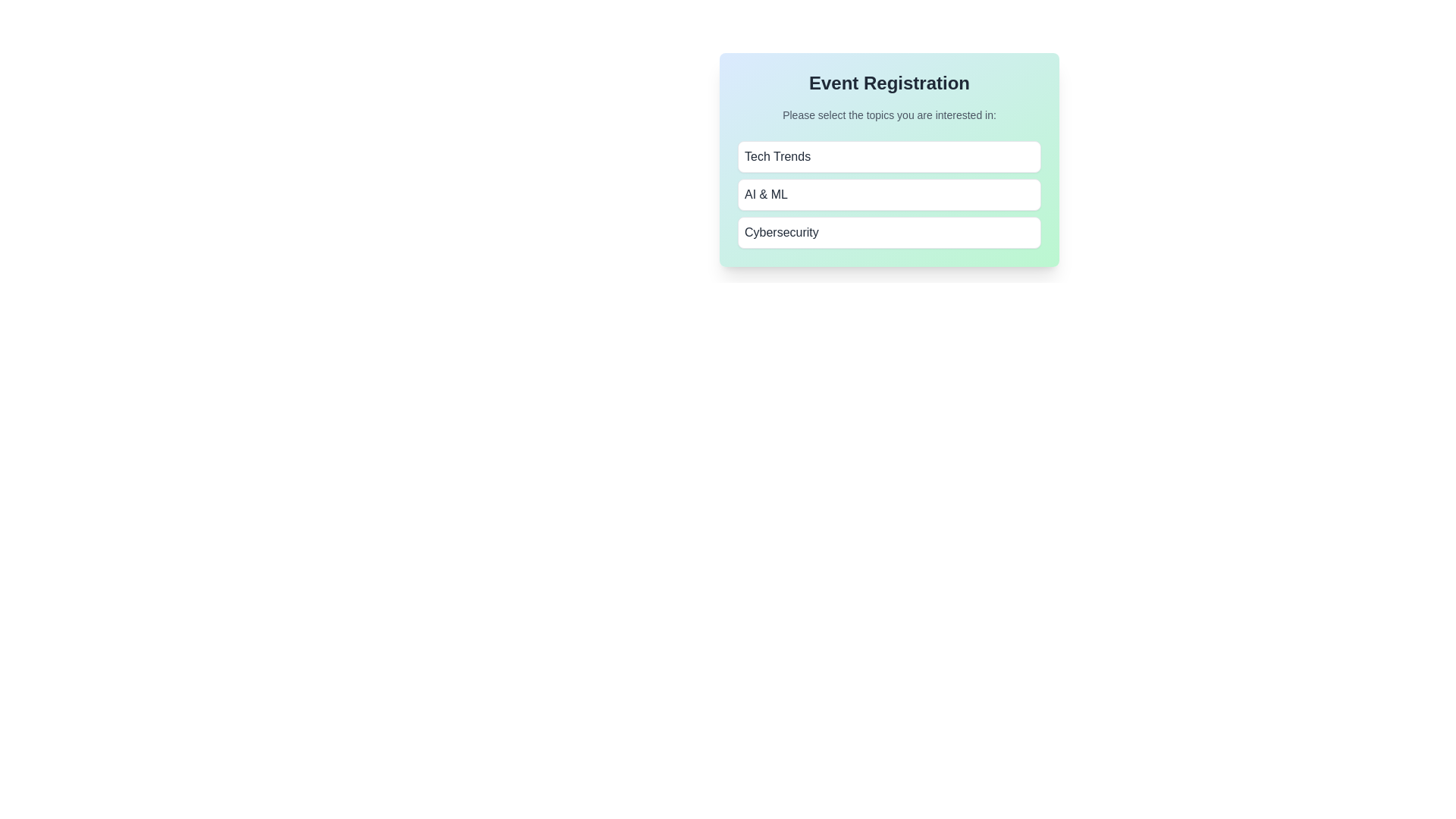 This screenshot has width=1456, height=819. Describe the element at coordinates (889, 233) in the screenshot. I see `the button corresponding to the topic Cybersecurity to toggle its selection` at that location.